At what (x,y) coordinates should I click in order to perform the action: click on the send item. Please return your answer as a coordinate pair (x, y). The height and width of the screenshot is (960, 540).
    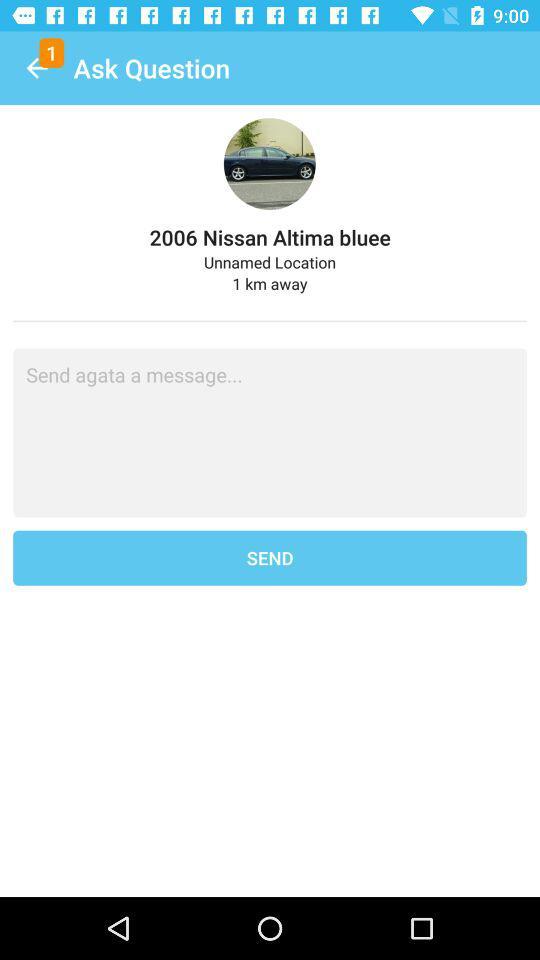
    Looking at the image, I should click on (270, 558).